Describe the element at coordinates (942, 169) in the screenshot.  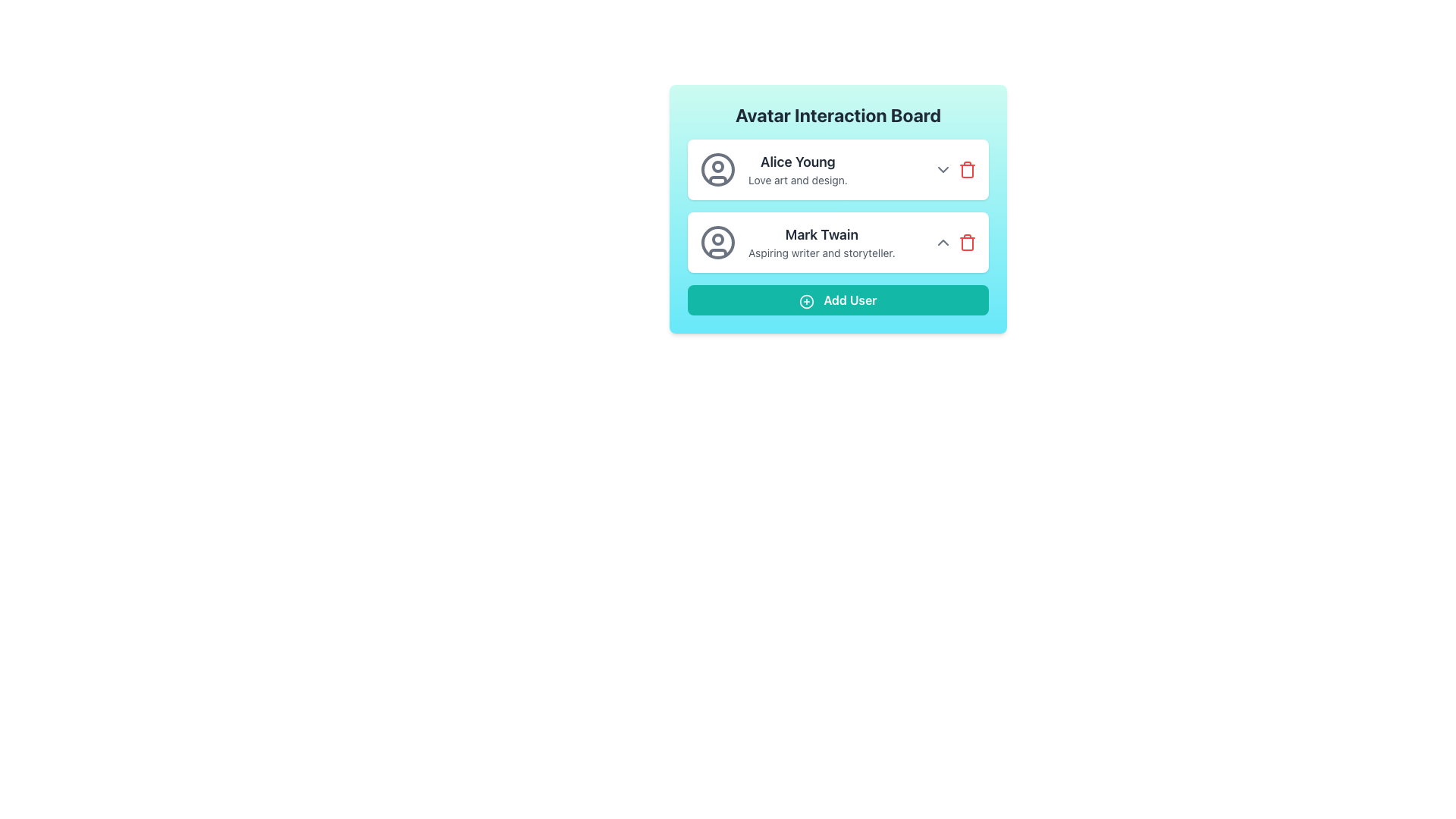
I see `the downward-pointing chevron icon located at the far right of the user information row` at that location.